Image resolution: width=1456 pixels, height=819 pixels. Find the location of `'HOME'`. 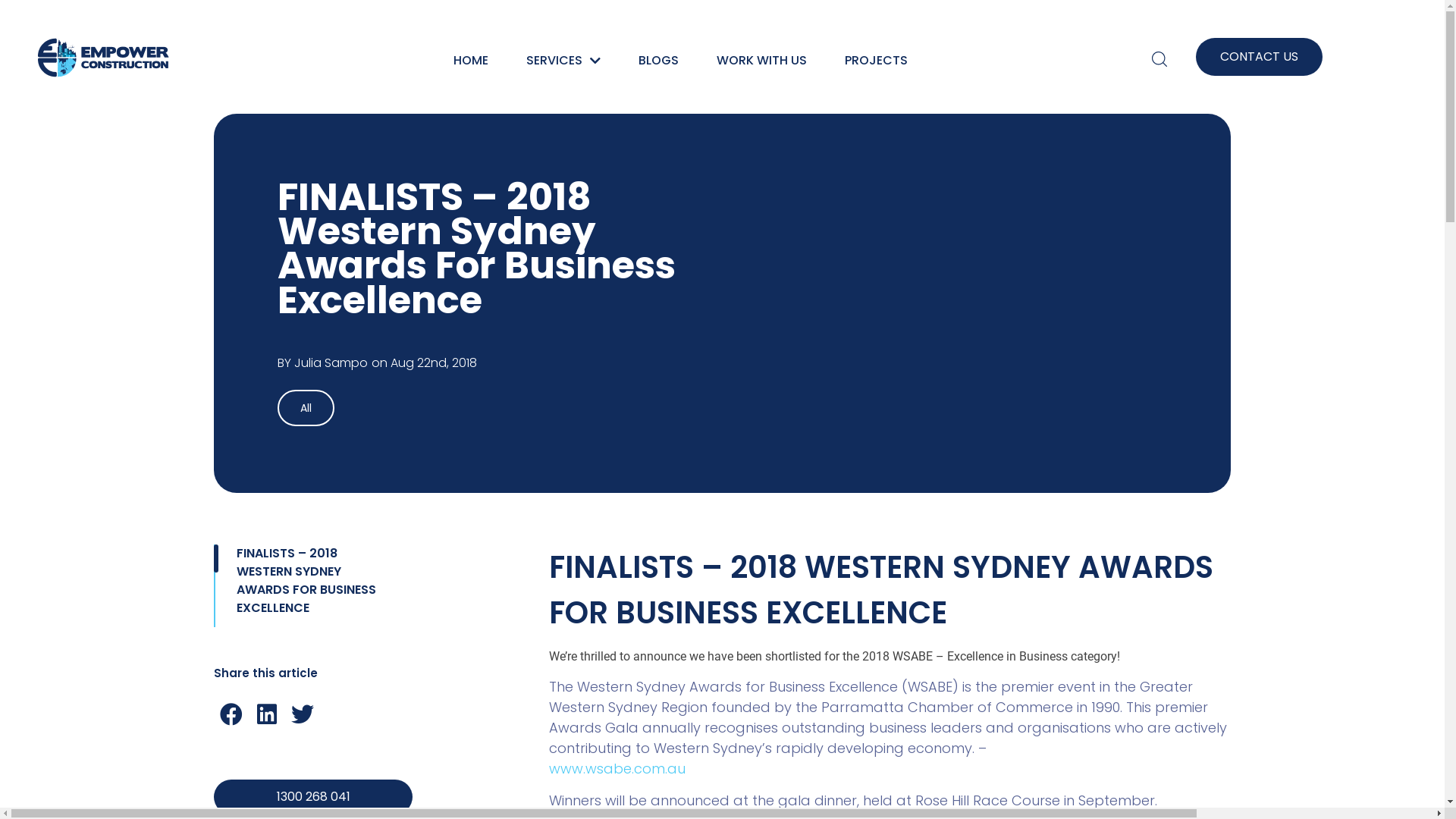

'HOME' is located at coordinates (469, 58).